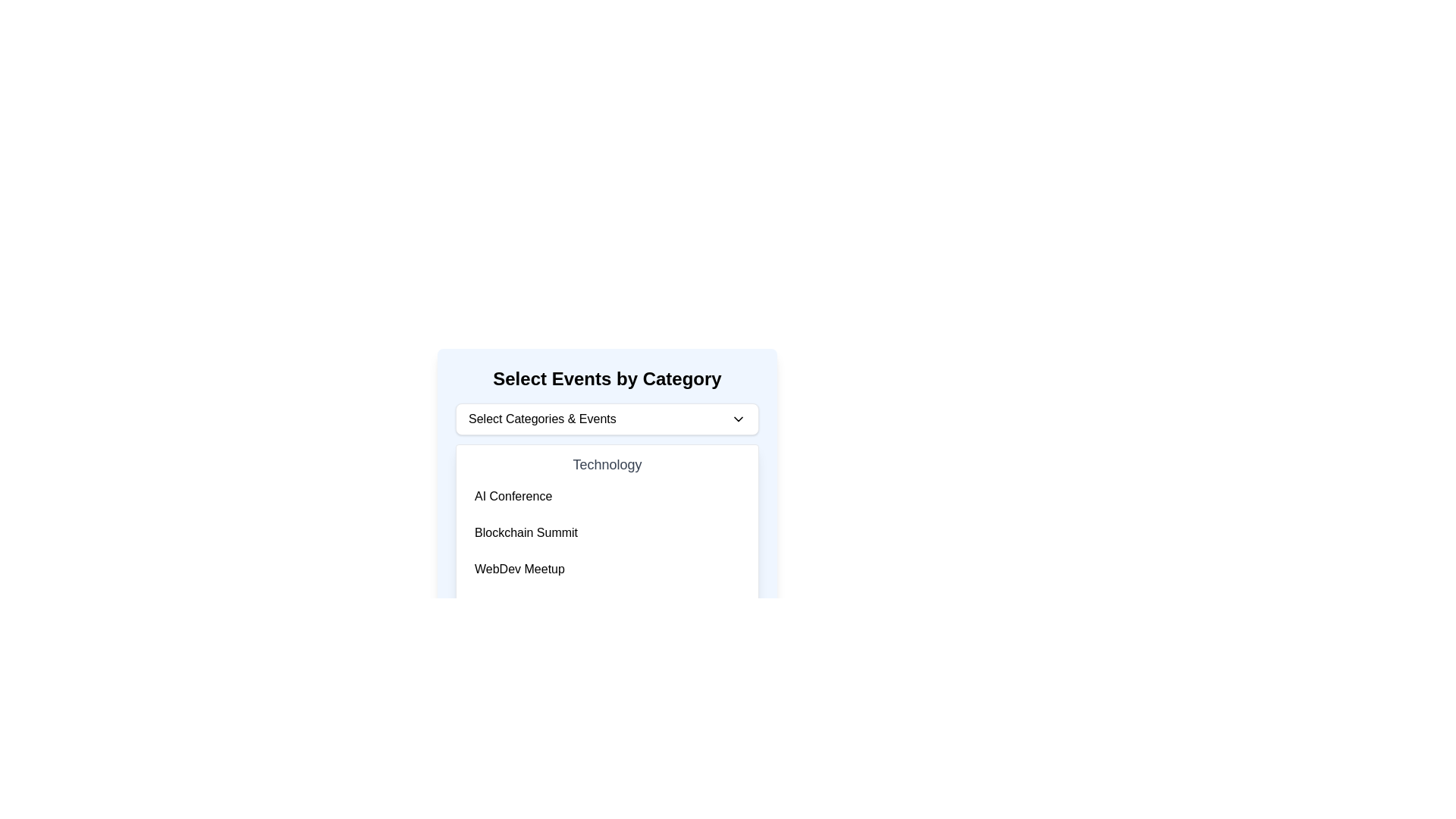  Describe the element at coordinates (607, 464) in the screenshot. I see `the Text label that serves as a category title for the events, located at the top of the vertical list in the 'Select Events by Category' section` at that location.